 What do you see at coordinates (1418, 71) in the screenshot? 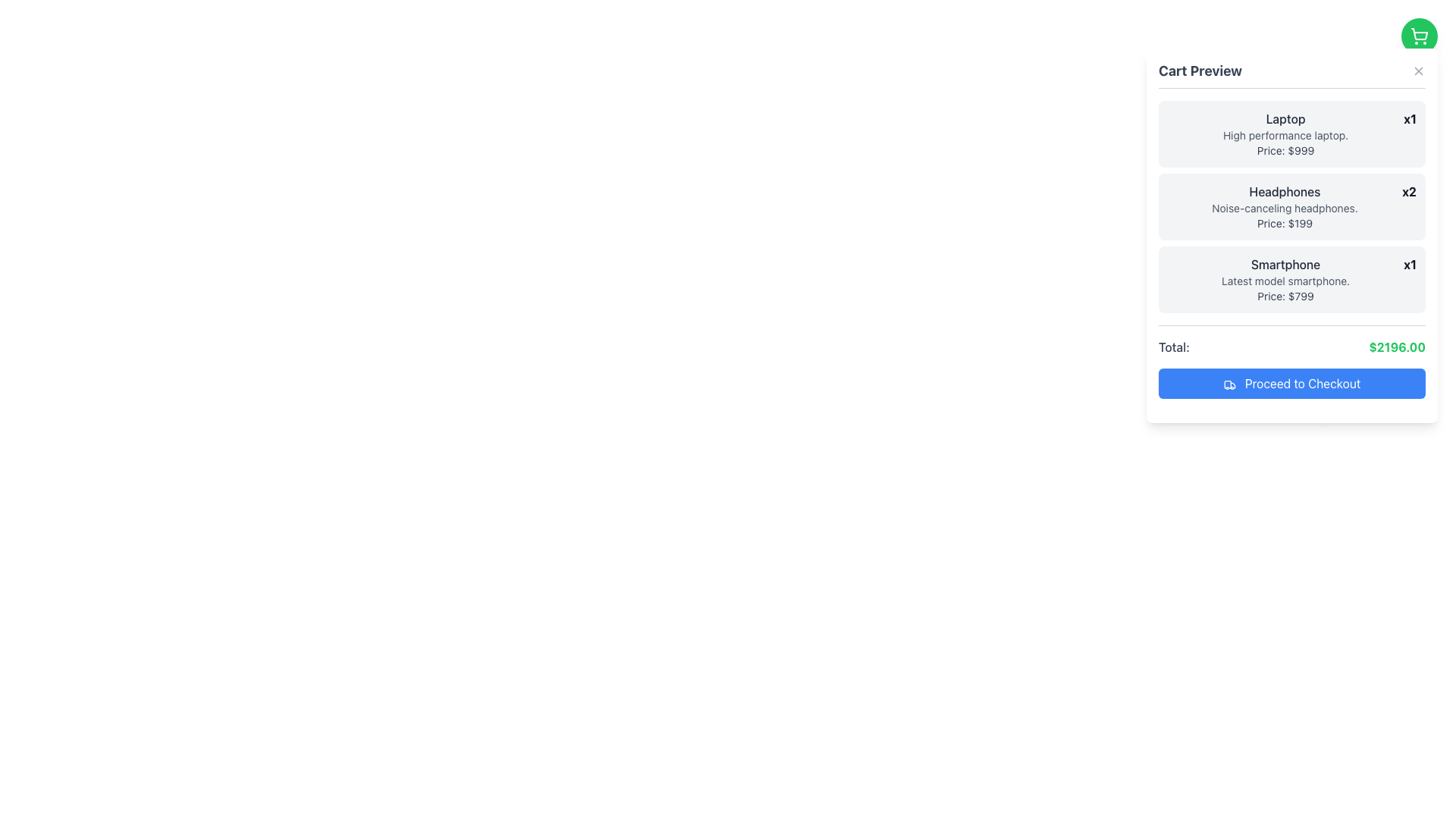
I see `the close button in the top-right corner of the Cart Preview section` at bounding box center [1418, 71].